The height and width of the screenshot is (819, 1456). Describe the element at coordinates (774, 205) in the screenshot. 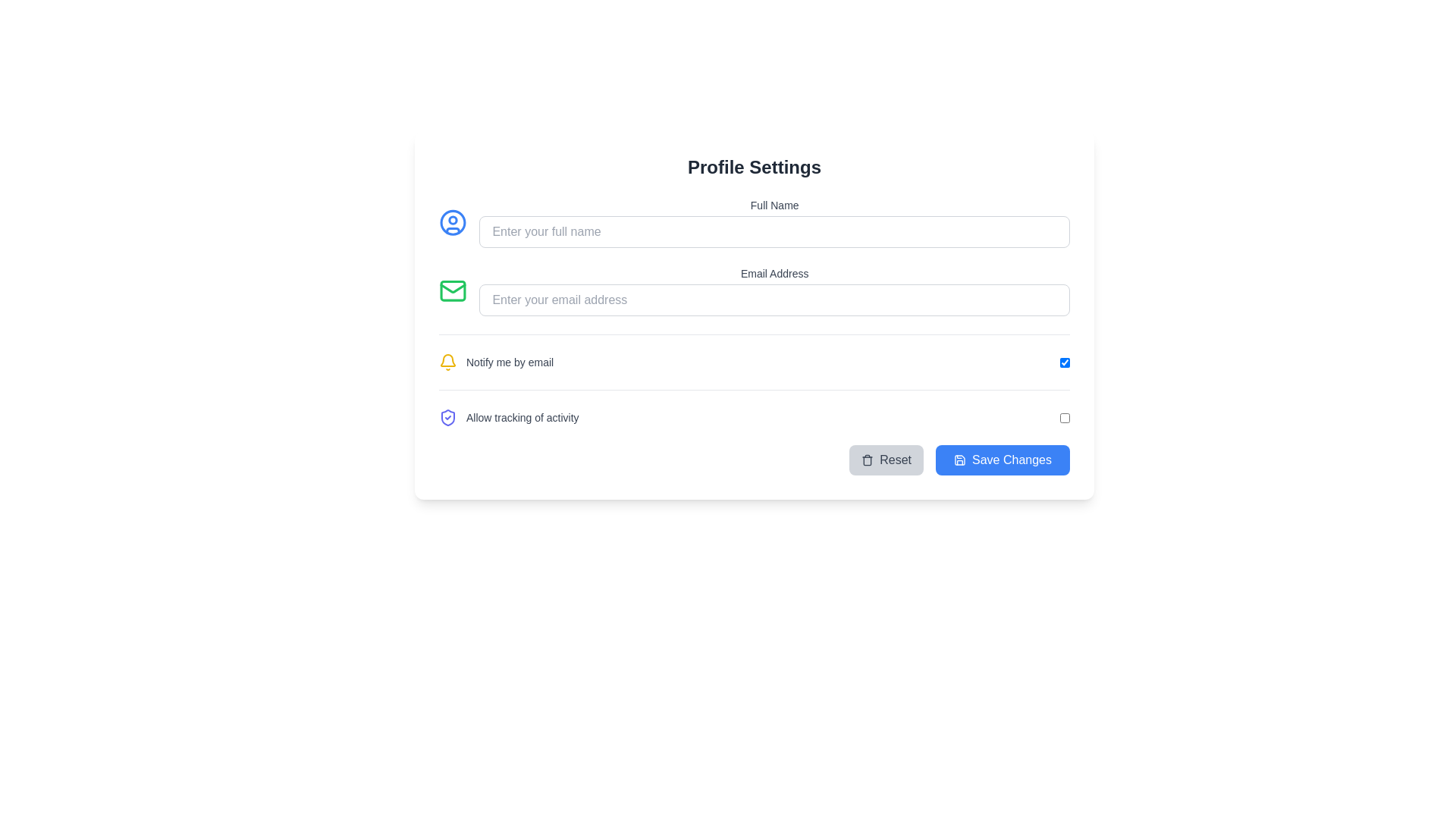

I see `the Text Label that provides guidance for the associated input field for full name entry, located at the upper center of the interface` at that location.